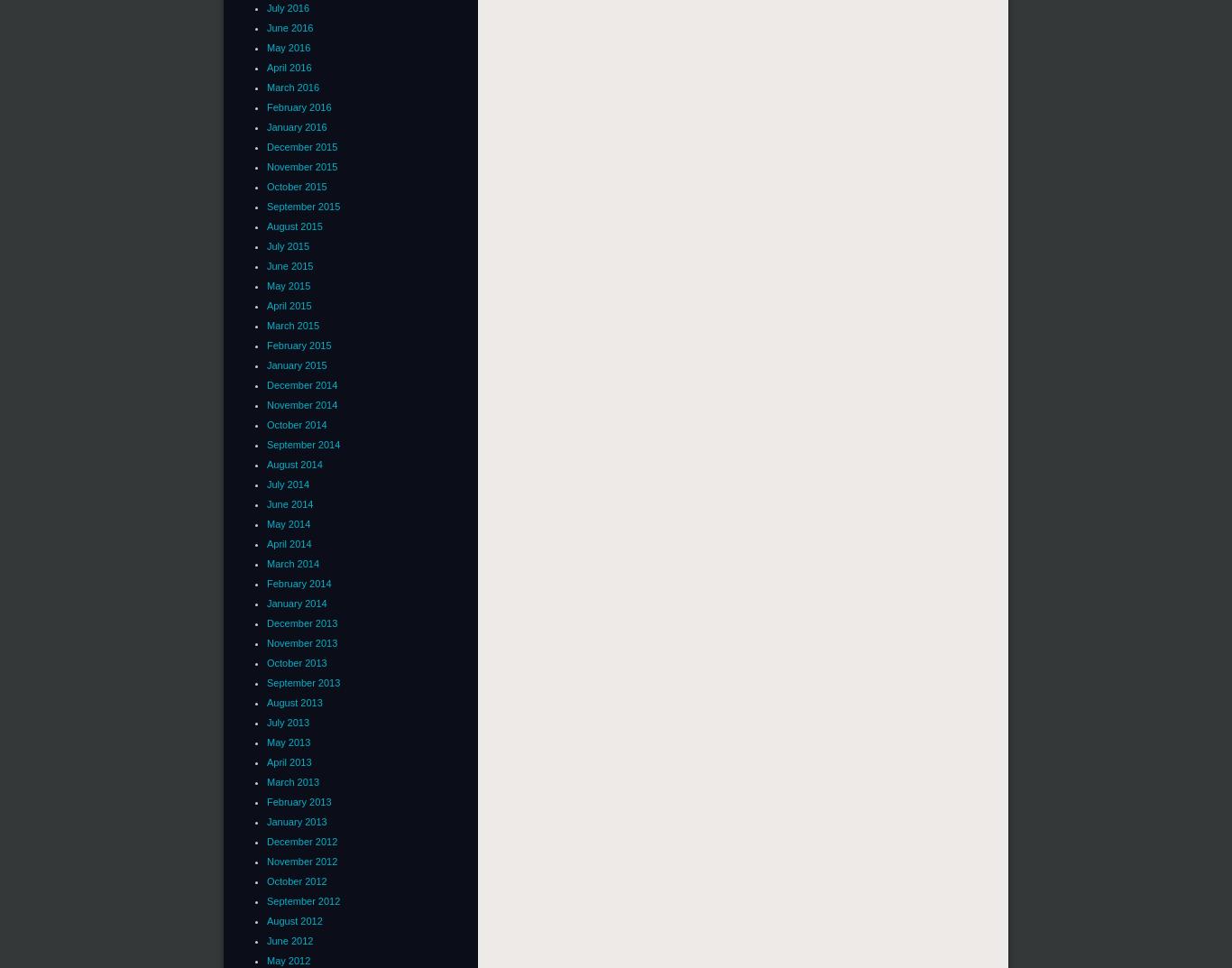 The height and width of the screenshot is (968, 1232). I want to click on 'June 2015', so click(290, 264).